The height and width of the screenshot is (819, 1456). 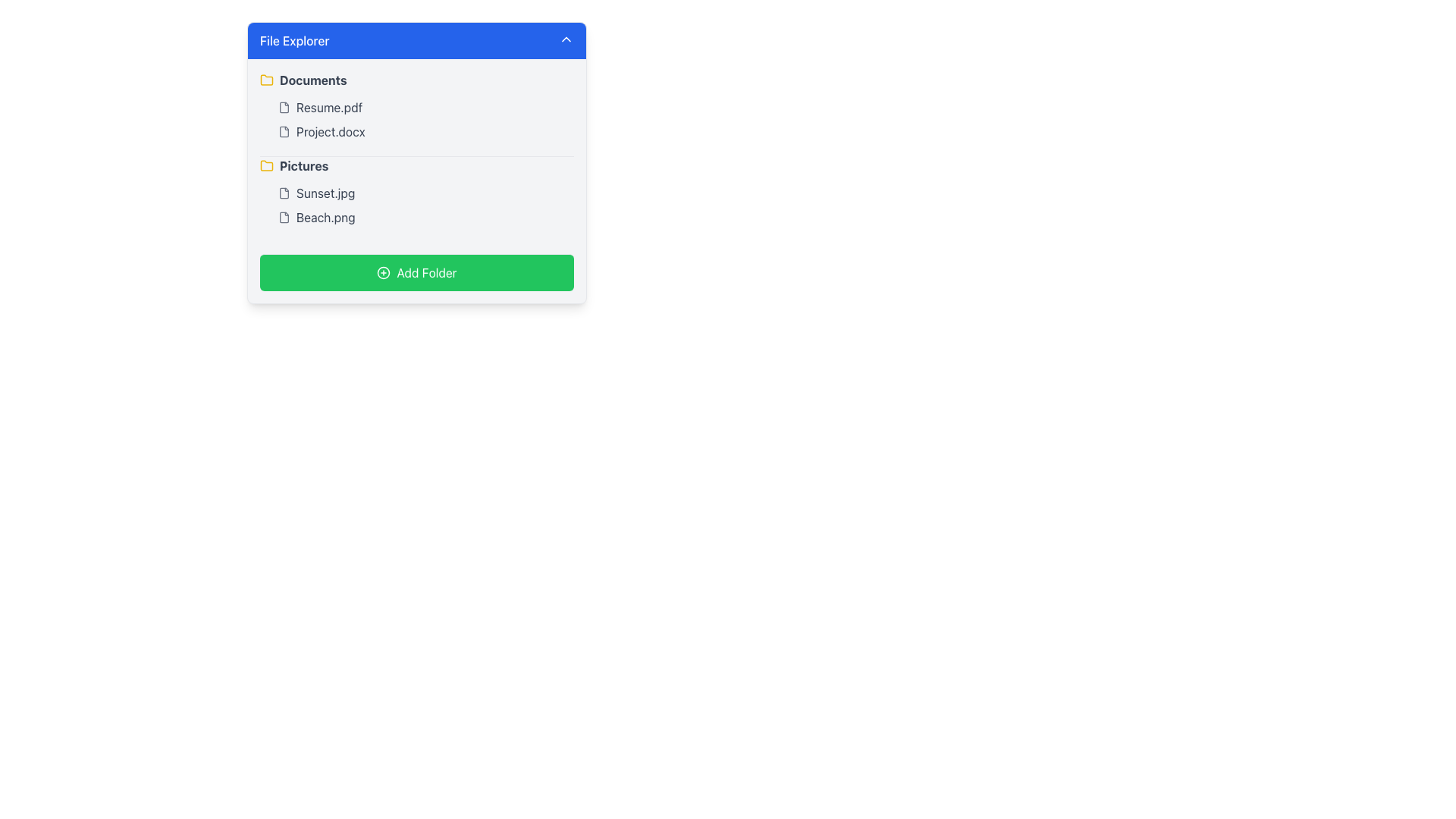 What do you see at coordinates (566, 38) in the screenshot?
I see `the small upward-pointing chevron icon located in the top-right corner of the blue header bar containing the text 'File Explorer'` at bounding box center [566, 38].